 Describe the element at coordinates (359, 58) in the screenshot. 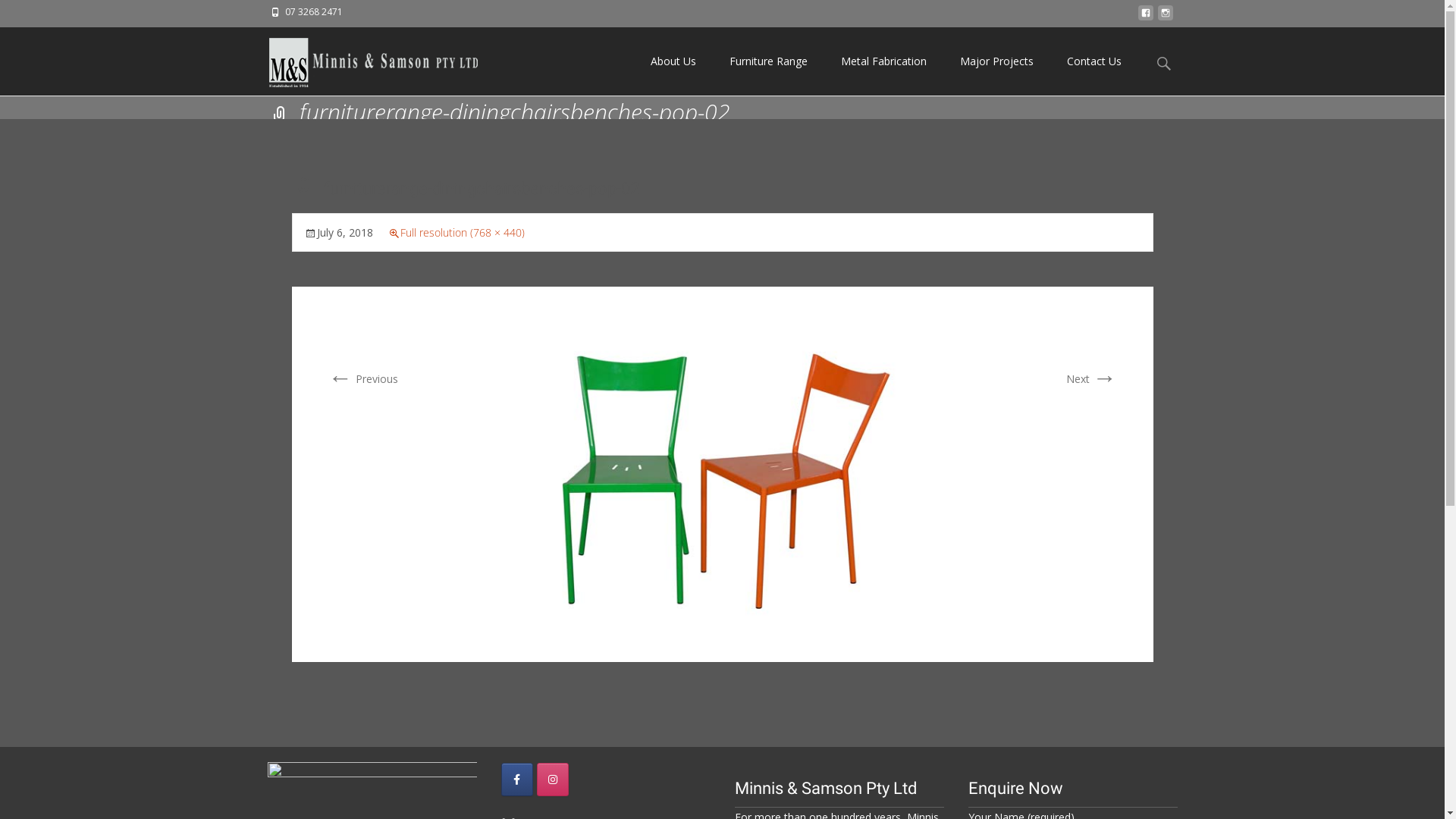

I see `'Minnis & Samson Pty Ltd'` at that location.